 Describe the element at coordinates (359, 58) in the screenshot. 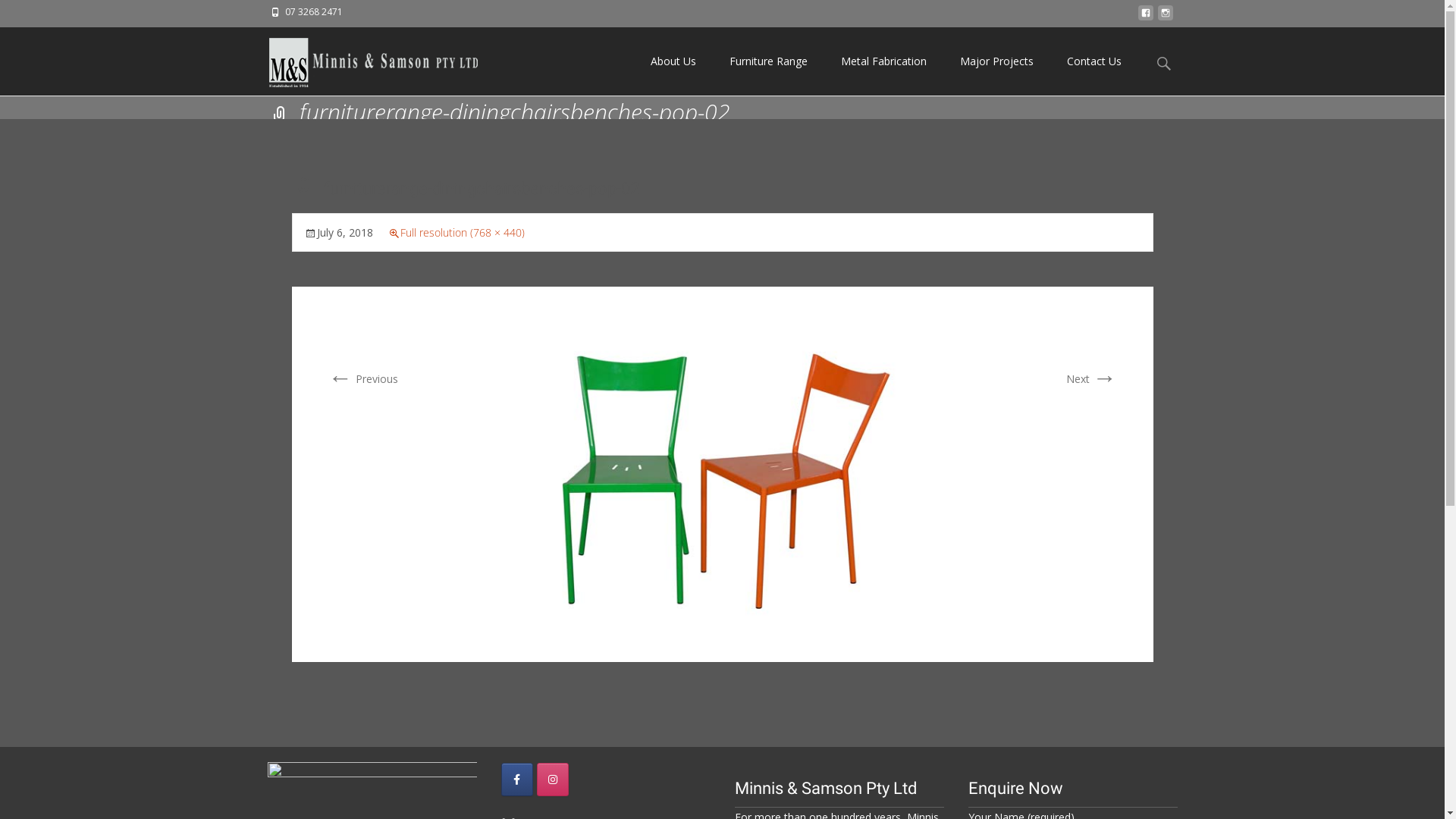

I see `'Minnis & Samson Pty Ltd'` at that location.